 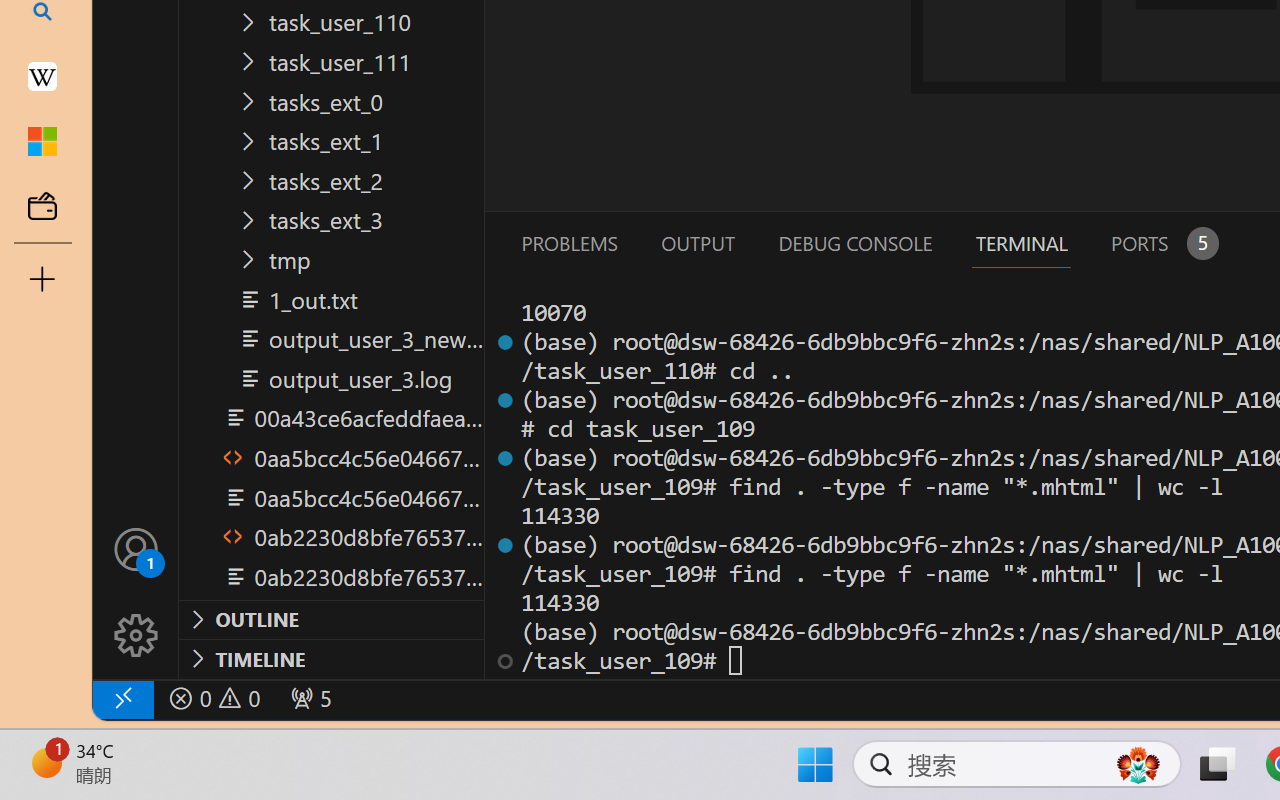 I want to click on 'Ports - 5 forwarded ports', so click(x=1162, y=242).